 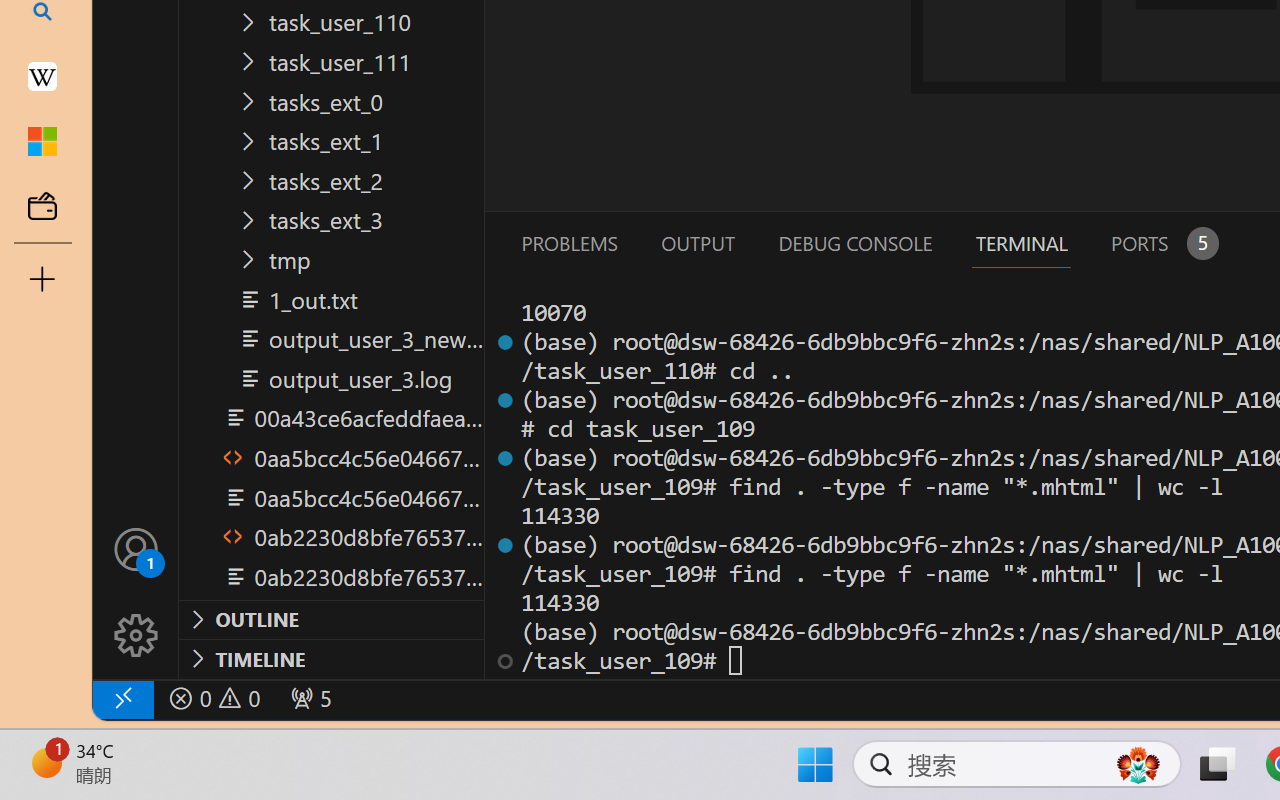 I want to click on 'Ports - 5 forwarded ports', so click(x=1162, y=242).